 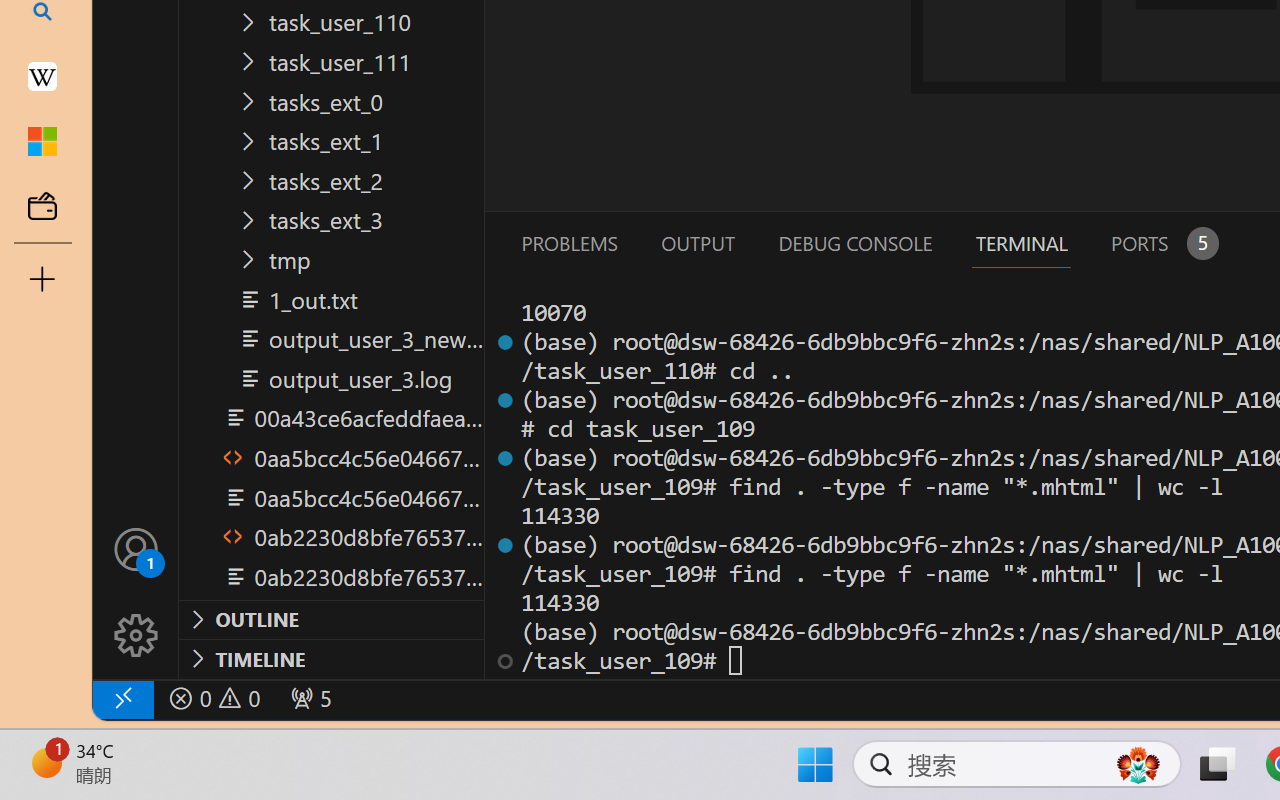 I want to click on 'Ports - 5 forwarded ports', so click(x=1162, y=242).